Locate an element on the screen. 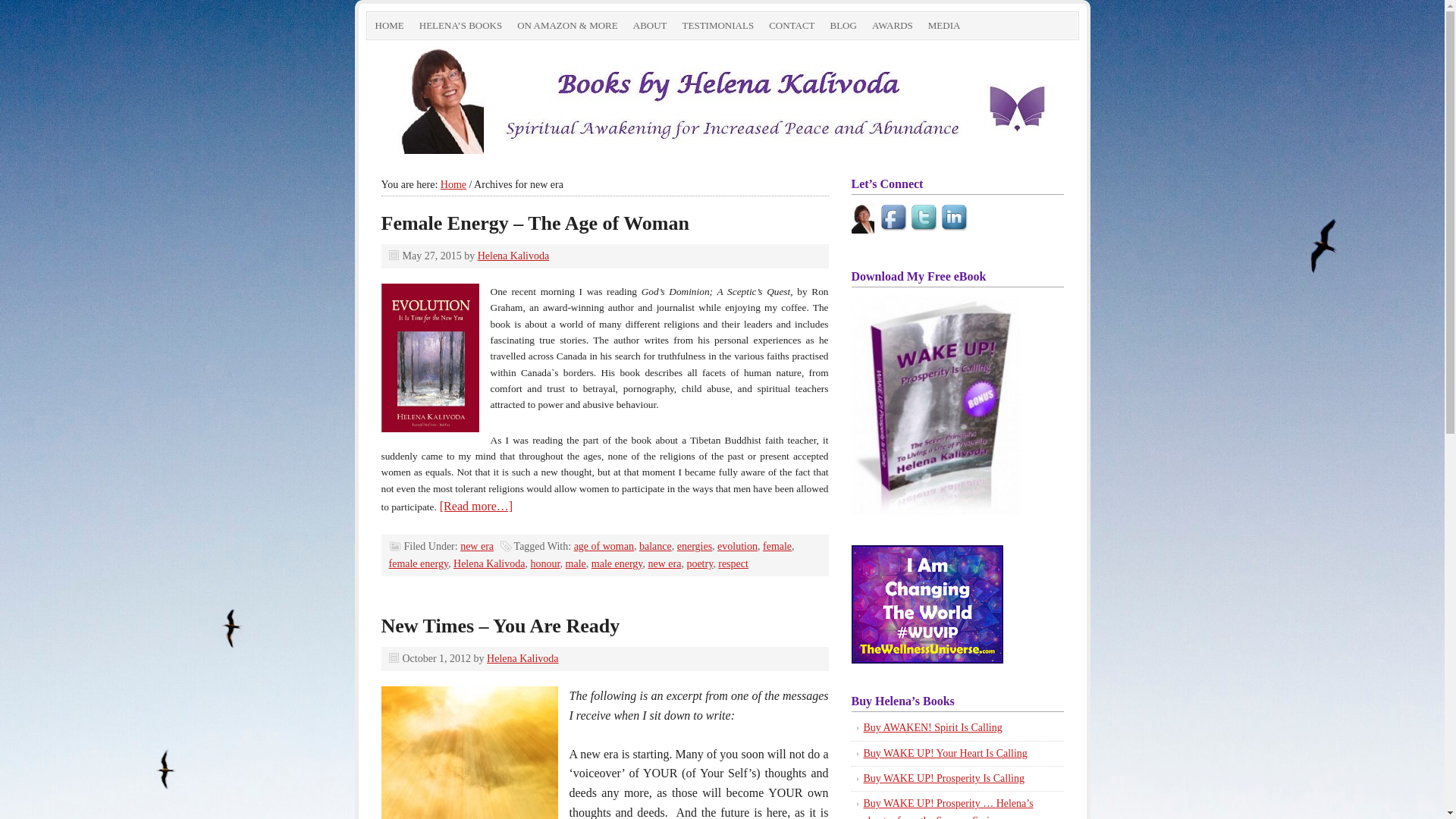 The height and width of the screenshot is (819, 1456). 'BLOG' is located at coordinates (842, 26).